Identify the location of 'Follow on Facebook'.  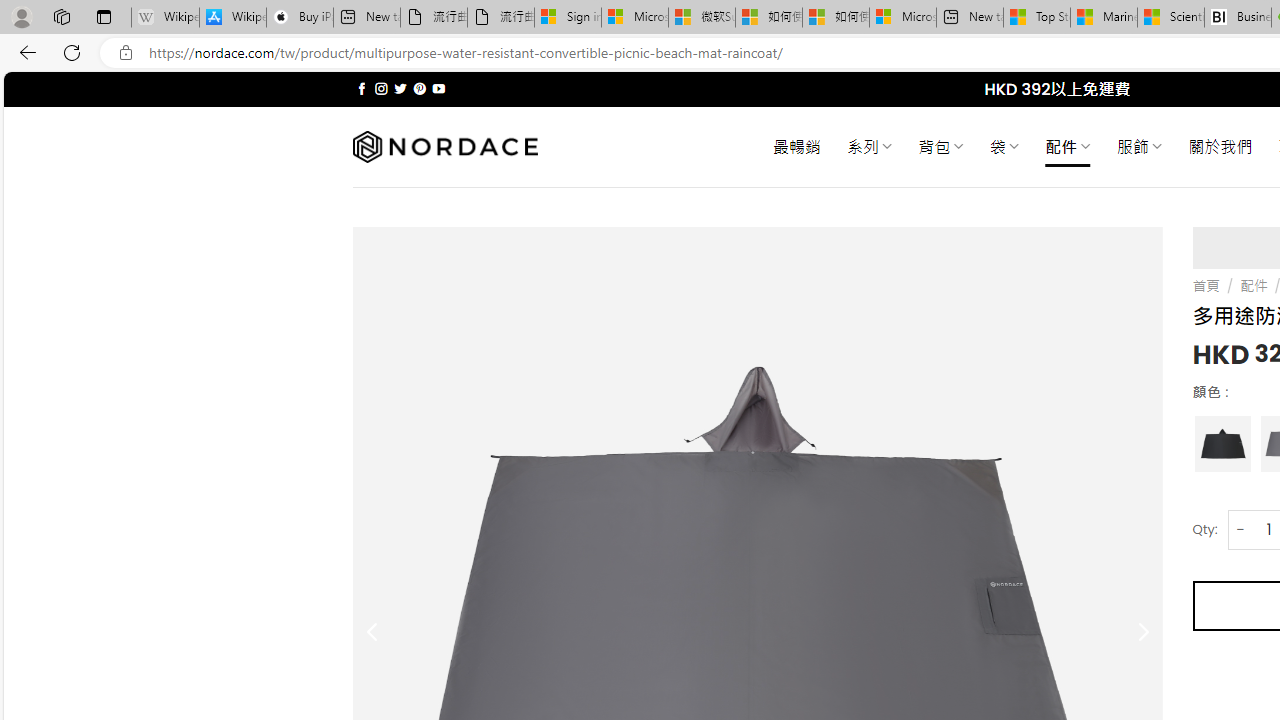
(362, 88).